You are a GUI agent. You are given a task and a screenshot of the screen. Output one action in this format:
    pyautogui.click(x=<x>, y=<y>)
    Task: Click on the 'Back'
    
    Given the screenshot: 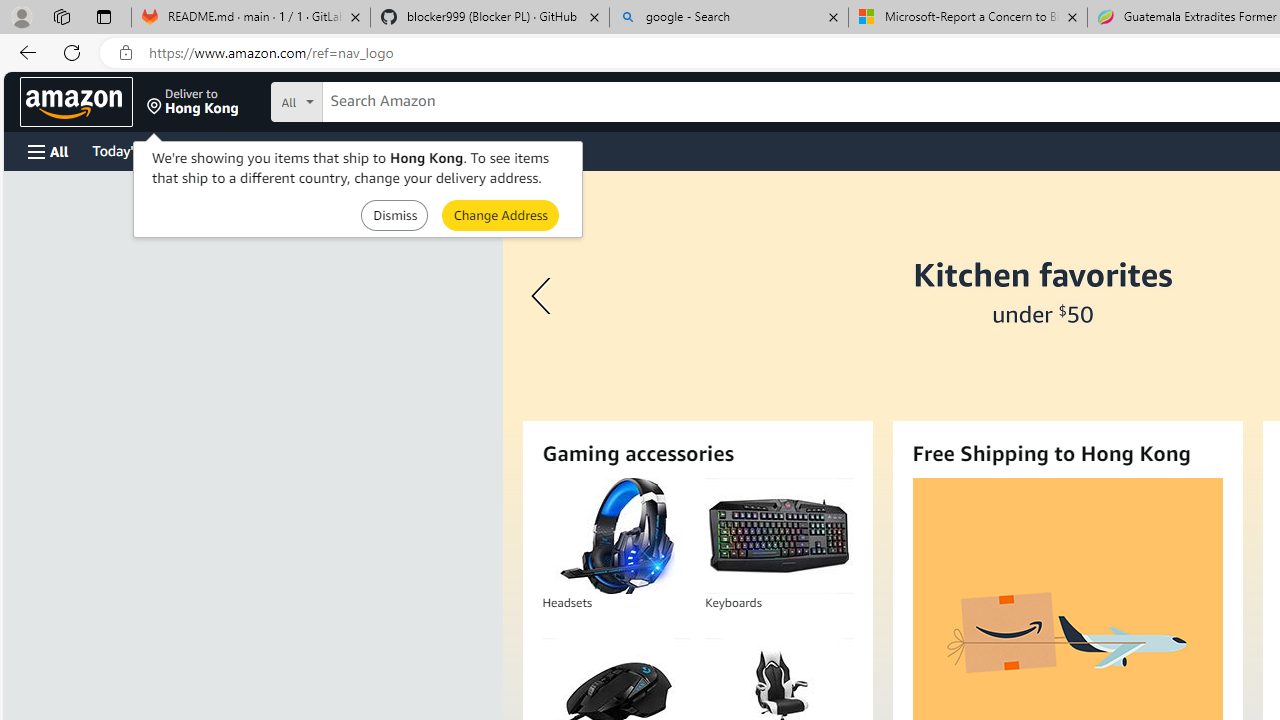 What is the action you would take?
    pyautogui.click(x=24, y=51)
    